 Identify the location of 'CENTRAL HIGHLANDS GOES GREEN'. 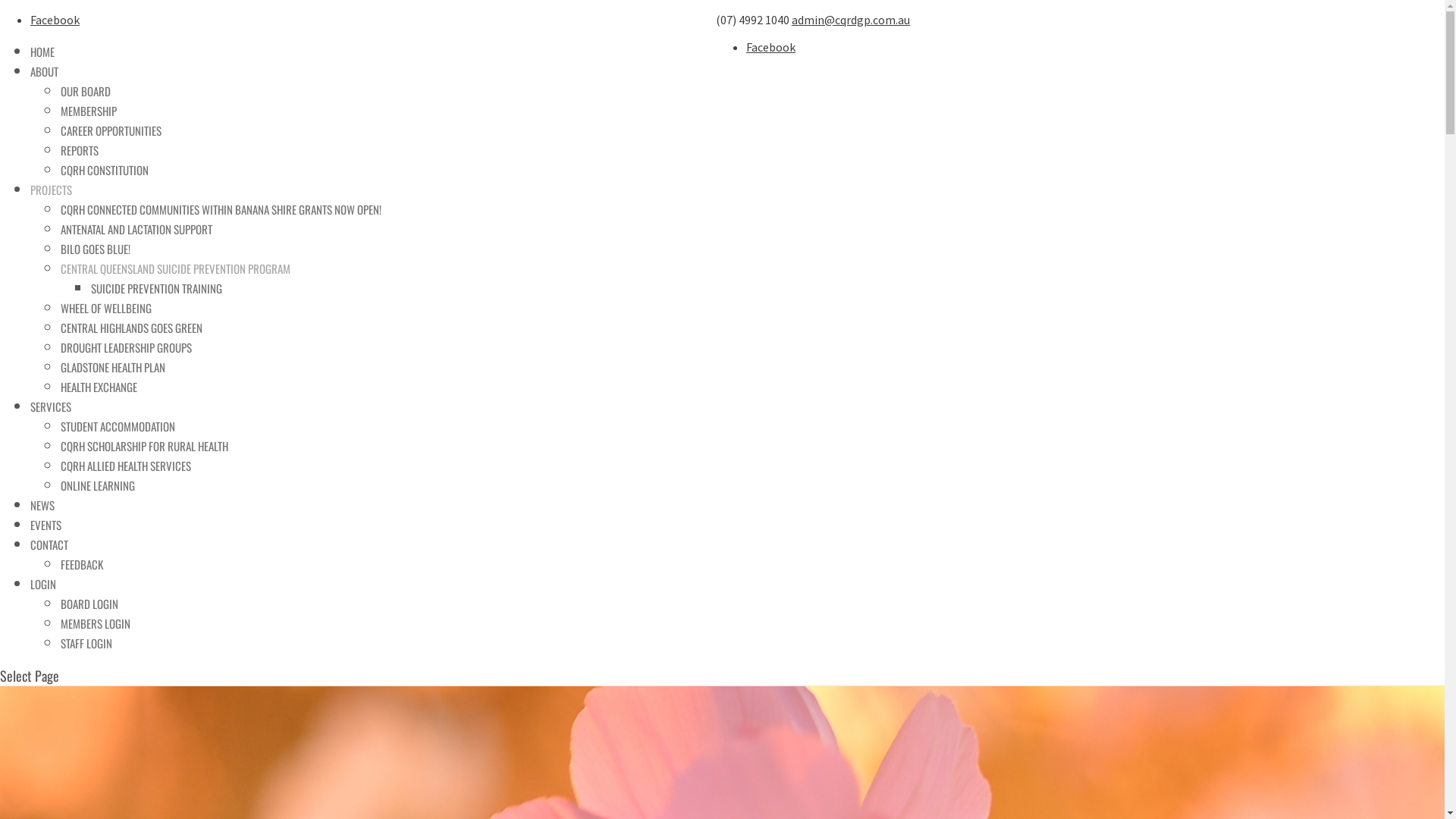
(131, 327).